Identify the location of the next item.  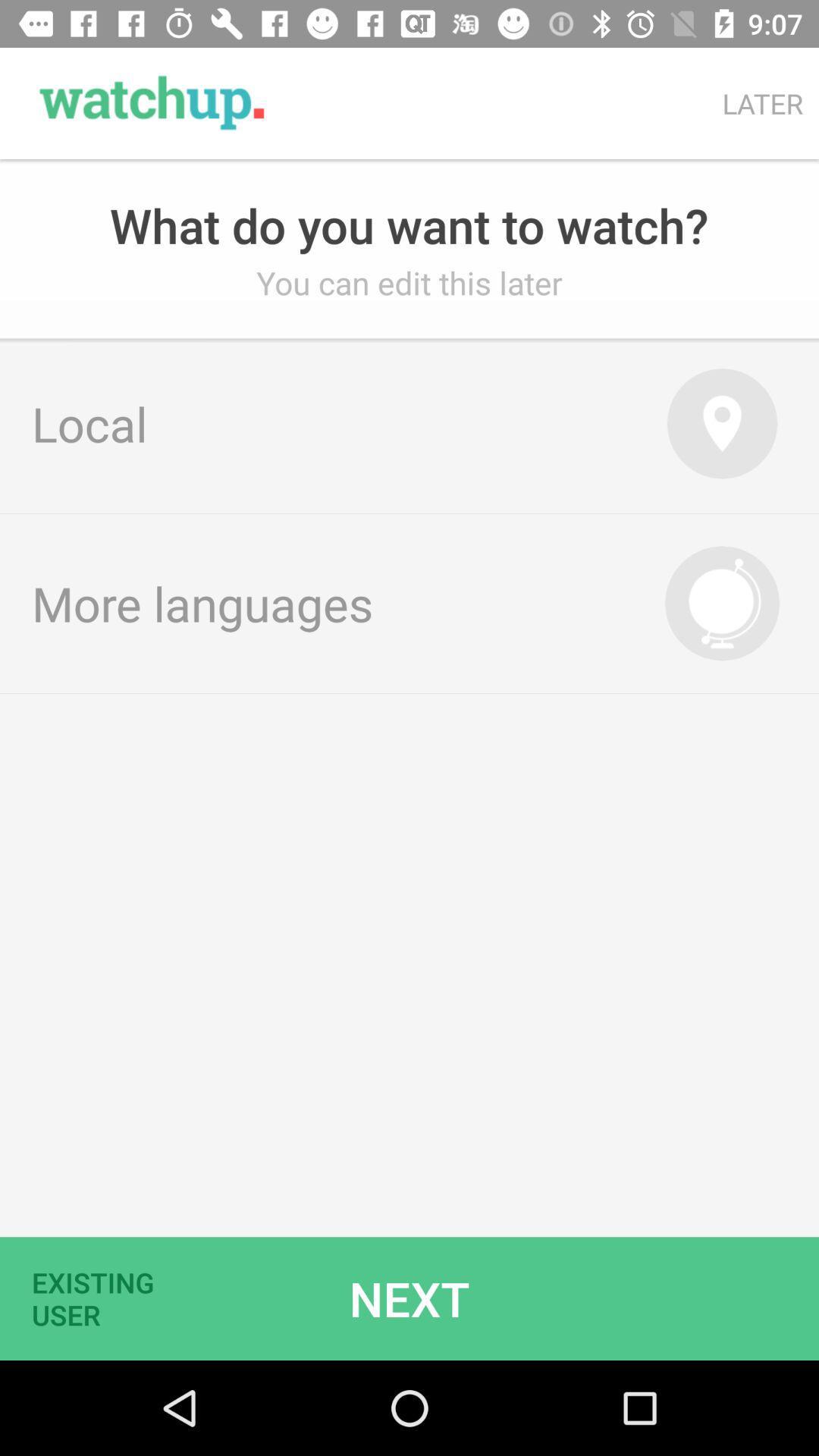
(409, 1298).